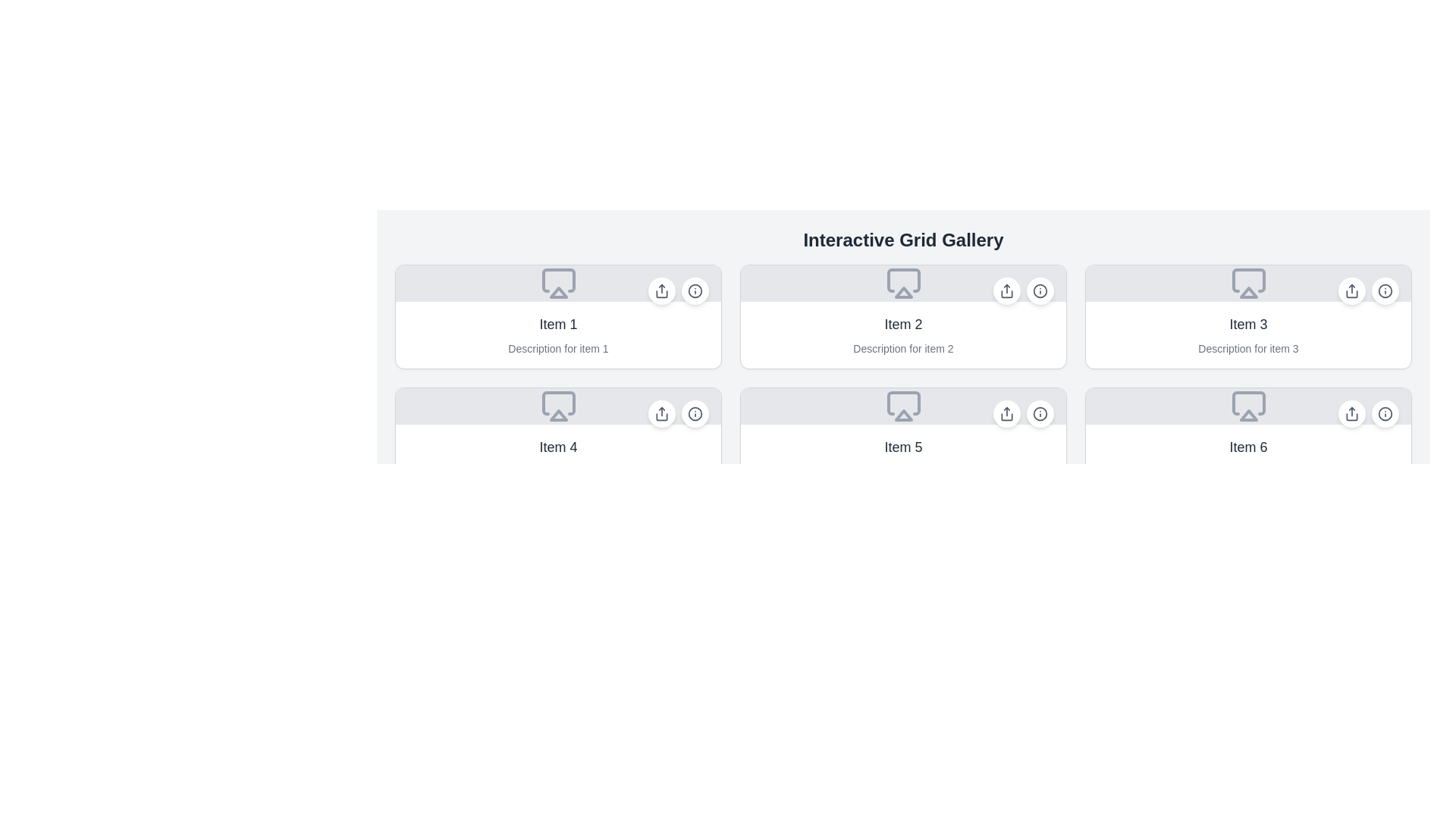  Describe the element at coordinates (1351, 414) in the screenshot. I see `the 'share' button icon located at the top-right corner of the cell labeled 'Item 6'` at that location.